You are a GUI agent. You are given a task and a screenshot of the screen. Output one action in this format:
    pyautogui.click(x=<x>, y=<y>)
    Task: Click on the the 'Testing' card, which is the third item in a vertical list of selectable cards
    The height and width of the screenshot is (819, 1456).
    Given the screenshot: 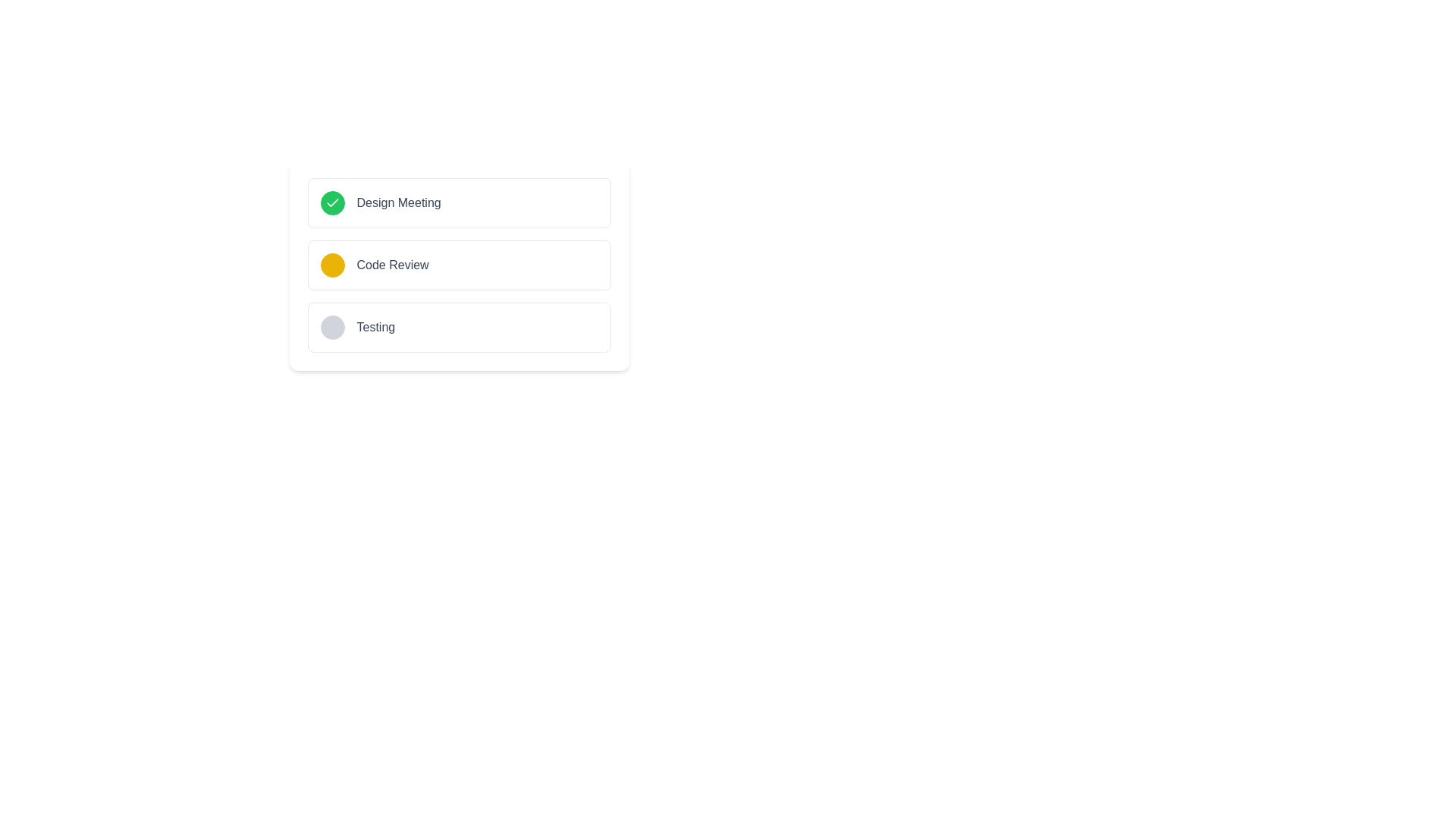 What is the action you would take?
    pyautogui.click(x=458, y=327)
    